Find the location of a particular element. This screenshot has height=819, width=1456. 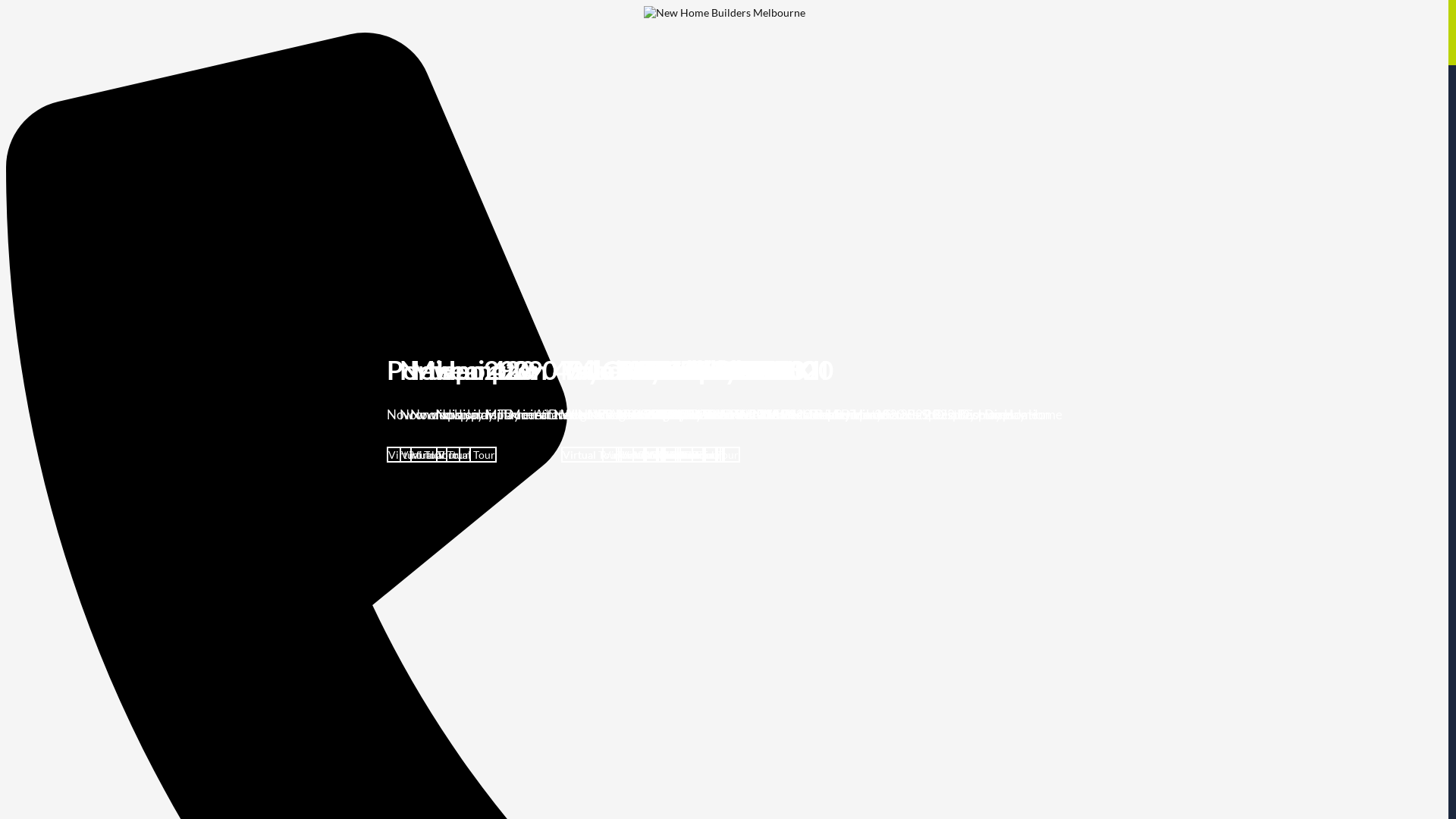

'Virtual Tour' is located at coordinates (694, 453).